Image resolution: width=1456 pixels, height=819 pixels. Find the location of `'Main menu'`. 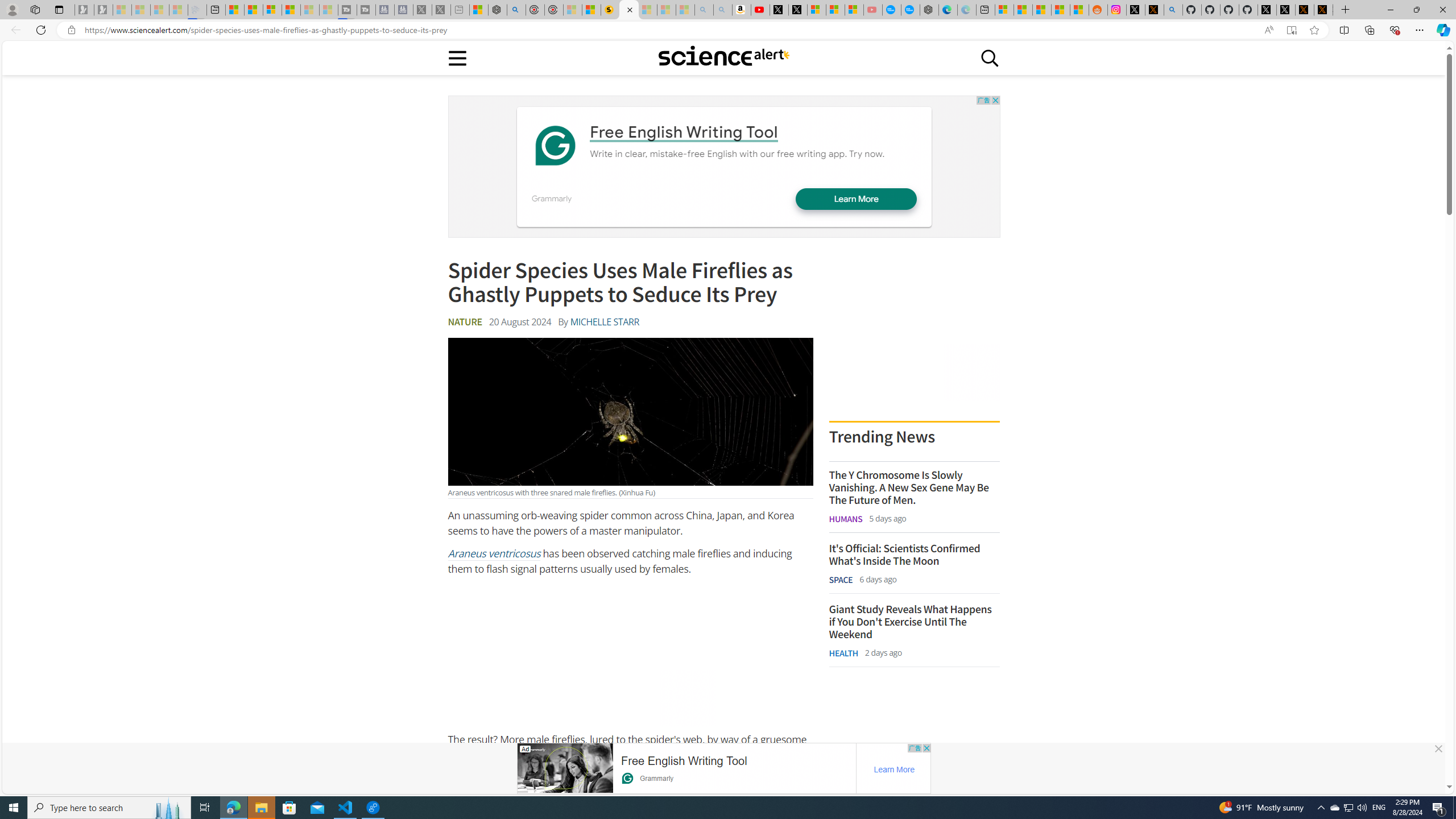

'Main menu' is located at coordinates (457, 57).